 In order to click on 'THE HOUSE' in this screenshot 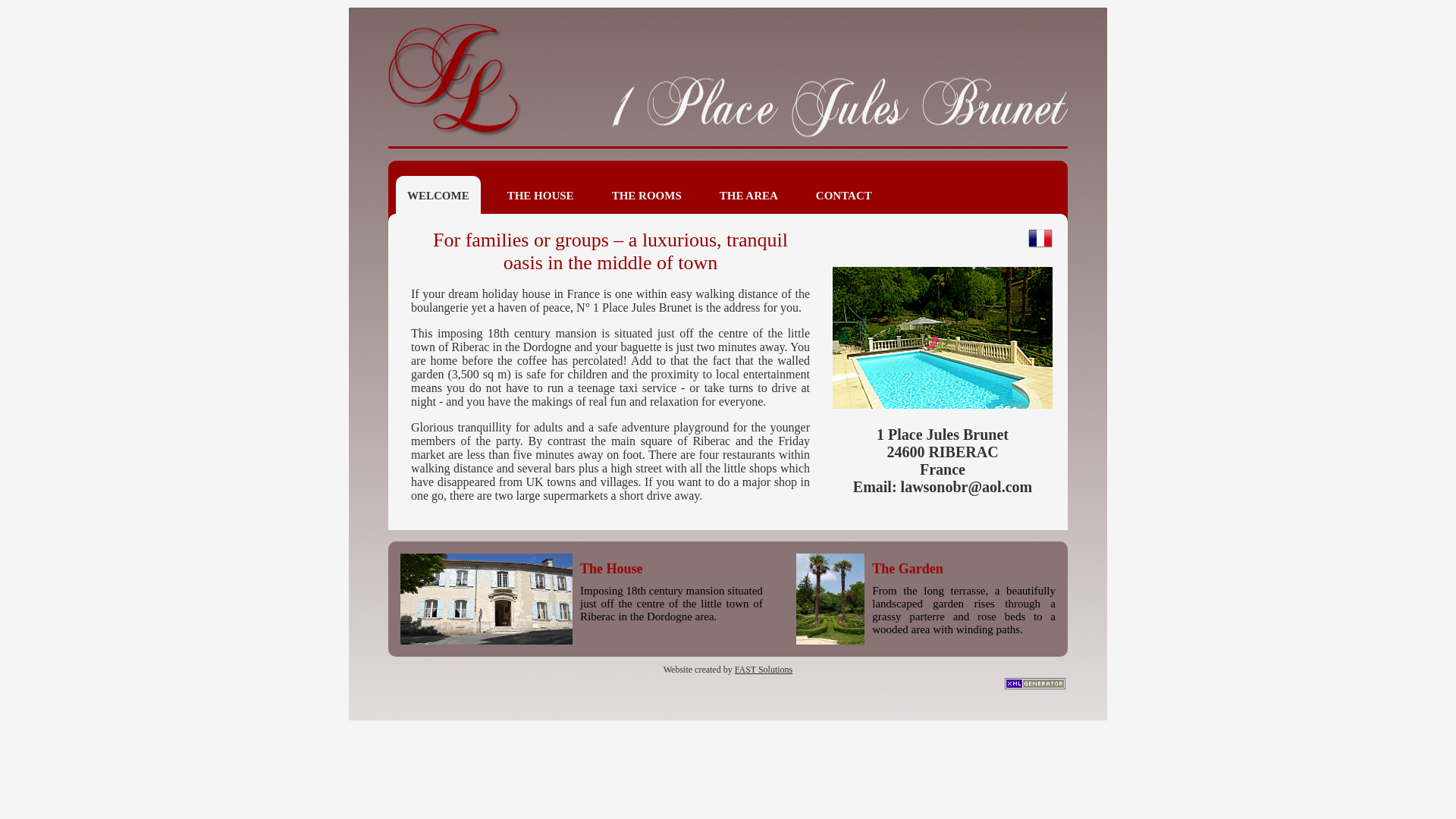, I will do `click(541, 195)`.